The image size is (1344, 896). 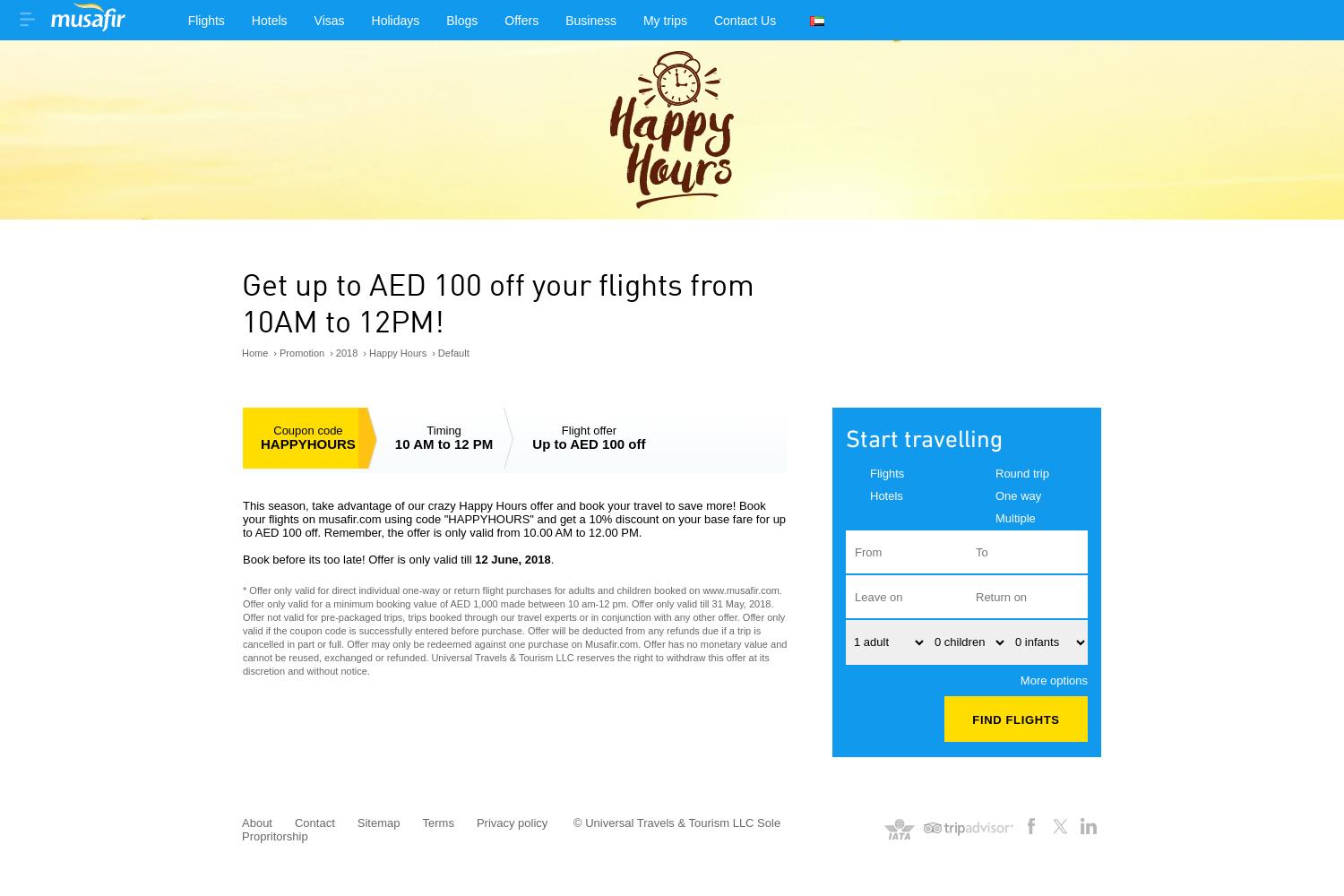 What do you see at coordinates (436, 822) in the screenshot?
I see `'Terms'` at bounding box center [436, 822].